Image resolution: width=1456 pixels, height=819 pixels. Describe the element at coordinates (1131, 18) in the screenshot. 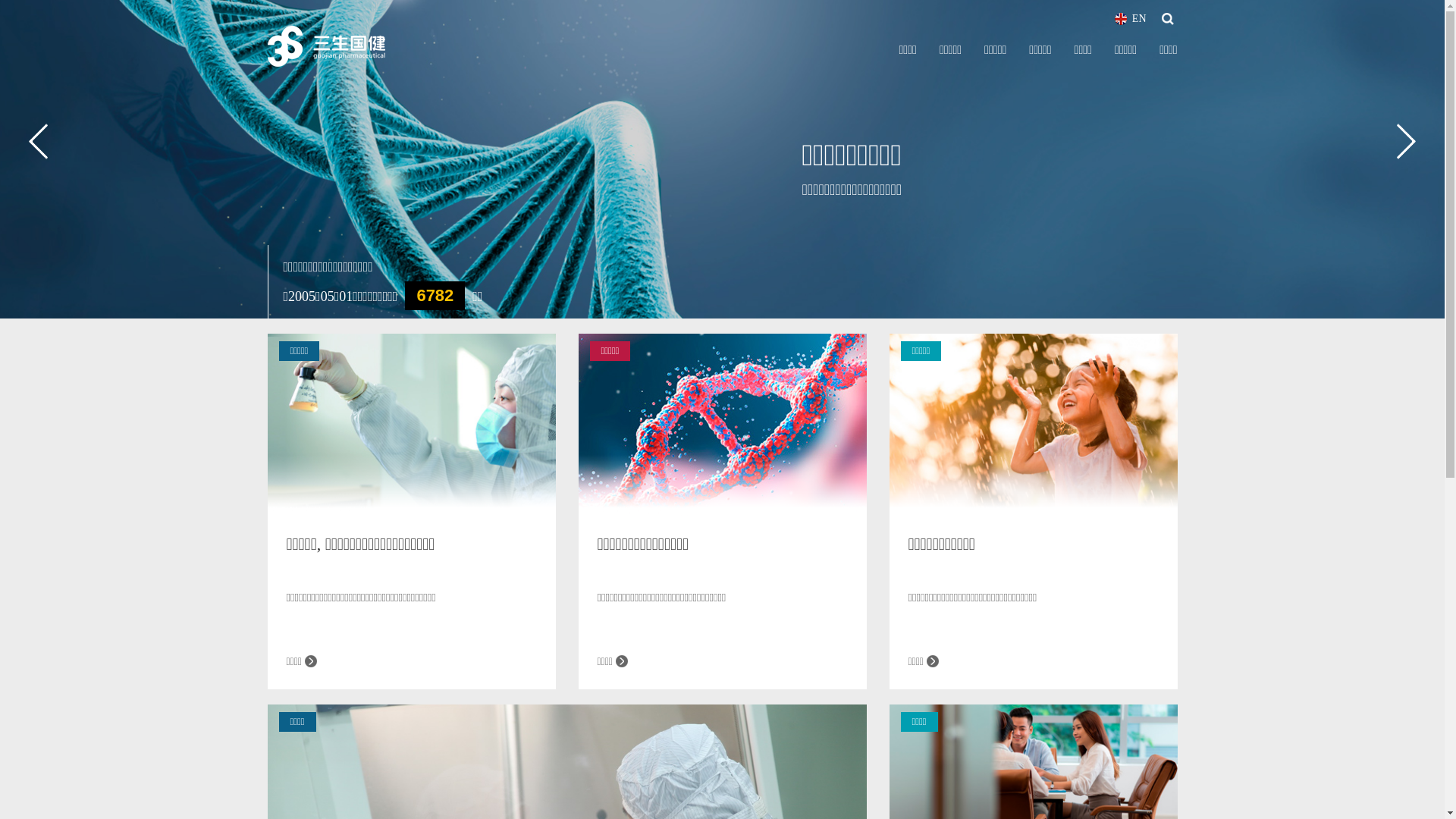

I see `'EN'` at that location.